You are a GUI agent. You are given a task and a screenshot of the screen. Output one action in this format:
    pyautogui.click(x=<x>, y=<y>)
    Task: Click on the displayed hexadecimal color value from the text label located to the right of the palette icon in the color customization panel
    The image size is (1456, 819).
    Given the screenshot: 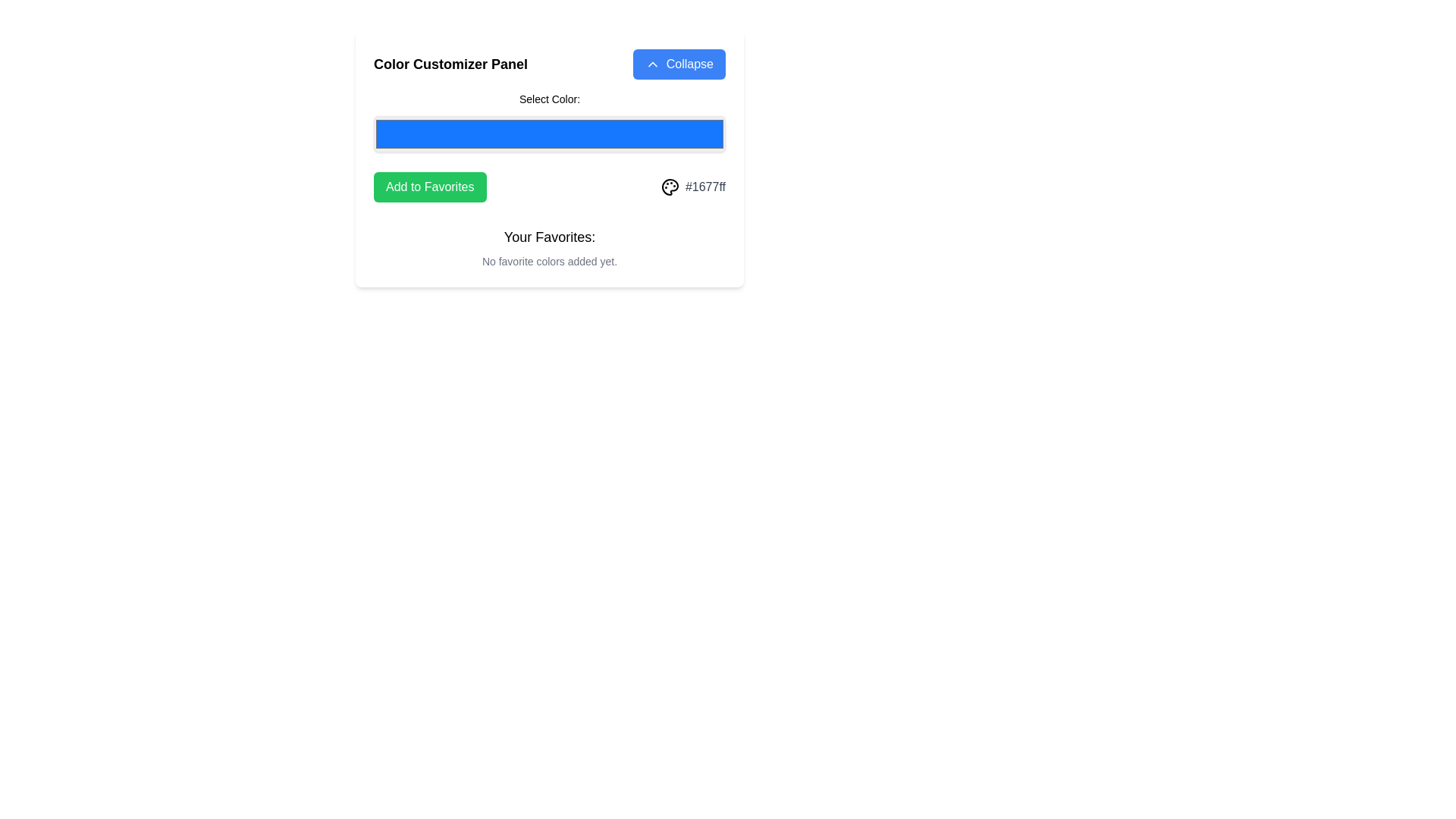 What is the action you would take?
    pyautogui.click(x=704, y=186)
    